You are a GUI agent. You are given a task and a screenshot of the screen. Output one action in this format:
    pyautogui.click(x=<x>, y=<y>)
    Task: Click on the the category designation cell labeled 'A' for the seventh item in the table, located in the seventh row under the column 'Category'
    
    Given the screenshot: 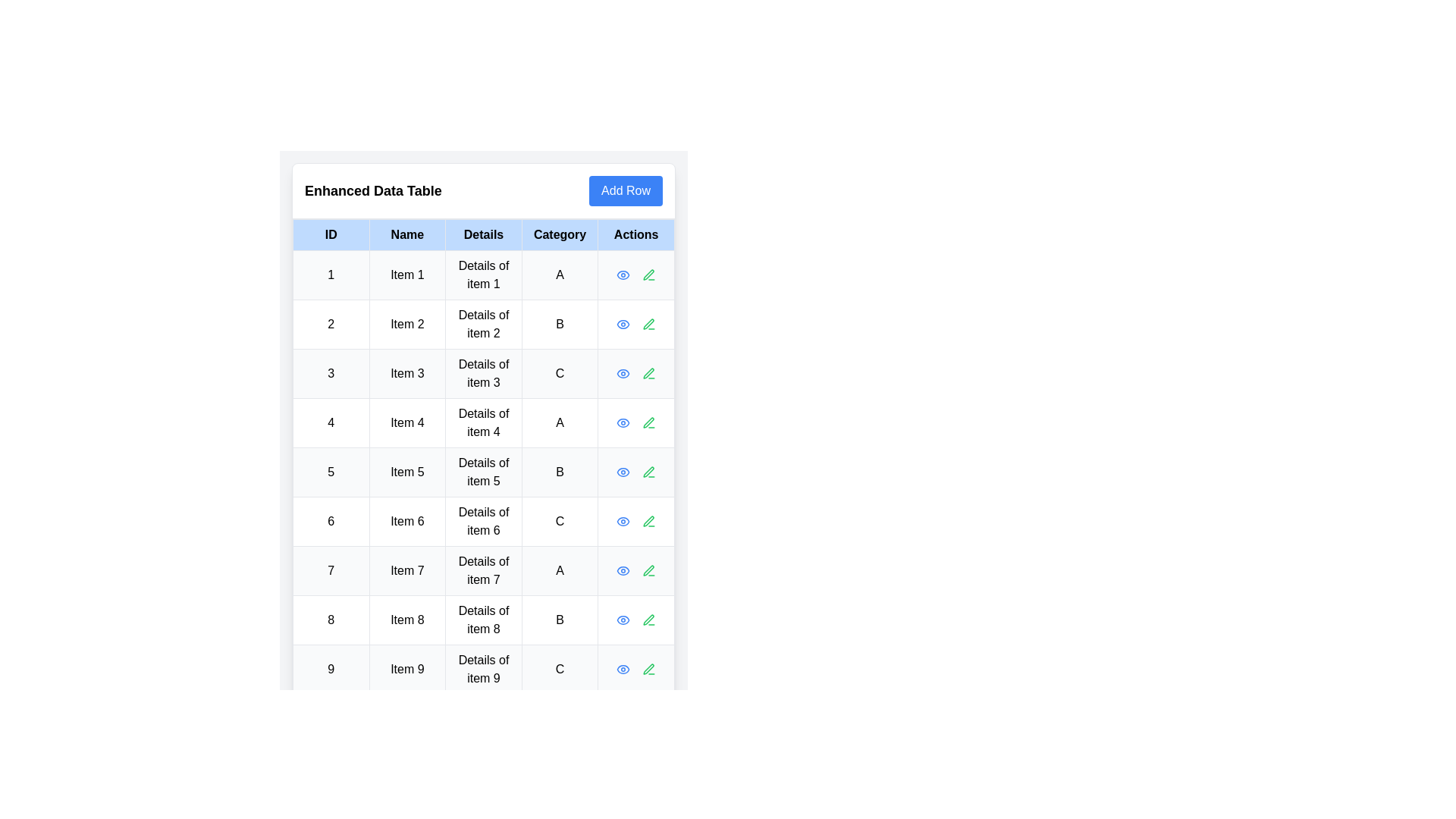 What is the action you would take?
    pyautogui.click(x=559, y=570)
    